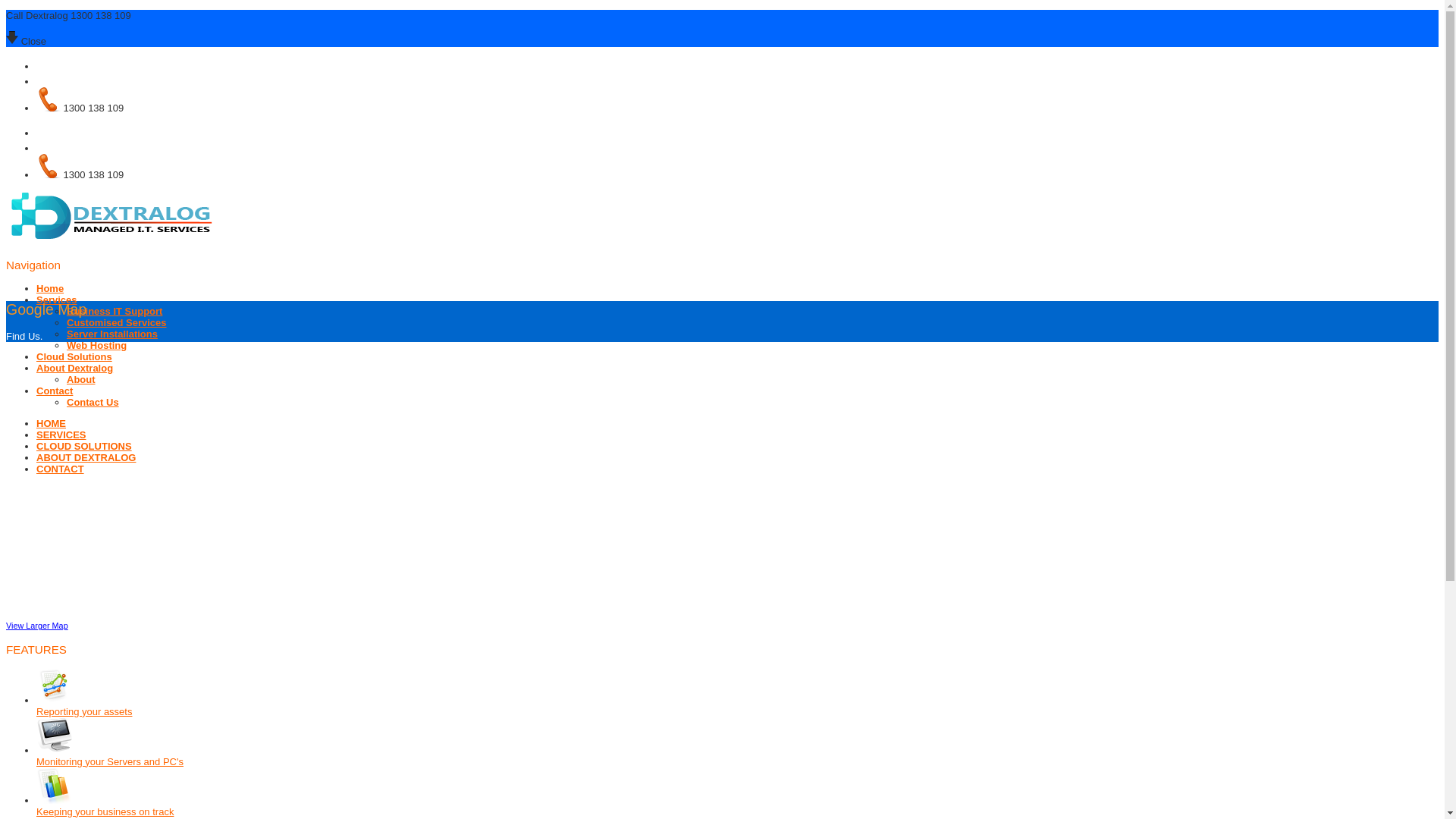  What do you see at coordinates (36, 435) in the screenshot?
I see `'SERVICES'` at bounding box center [36, 435].